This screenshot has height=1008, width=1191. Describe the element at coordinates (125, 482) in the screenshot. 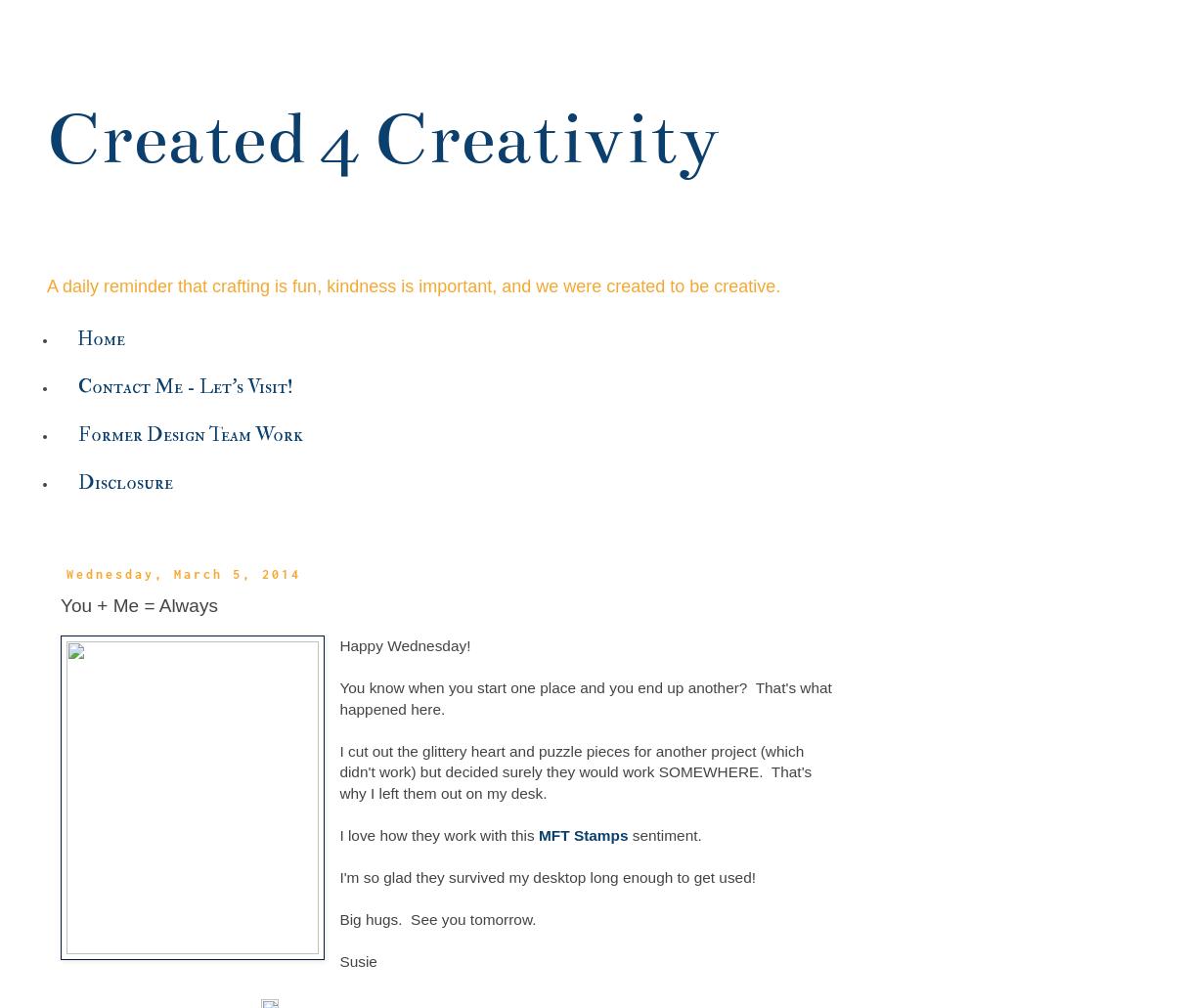

I see `'Disclosure'` at that location.